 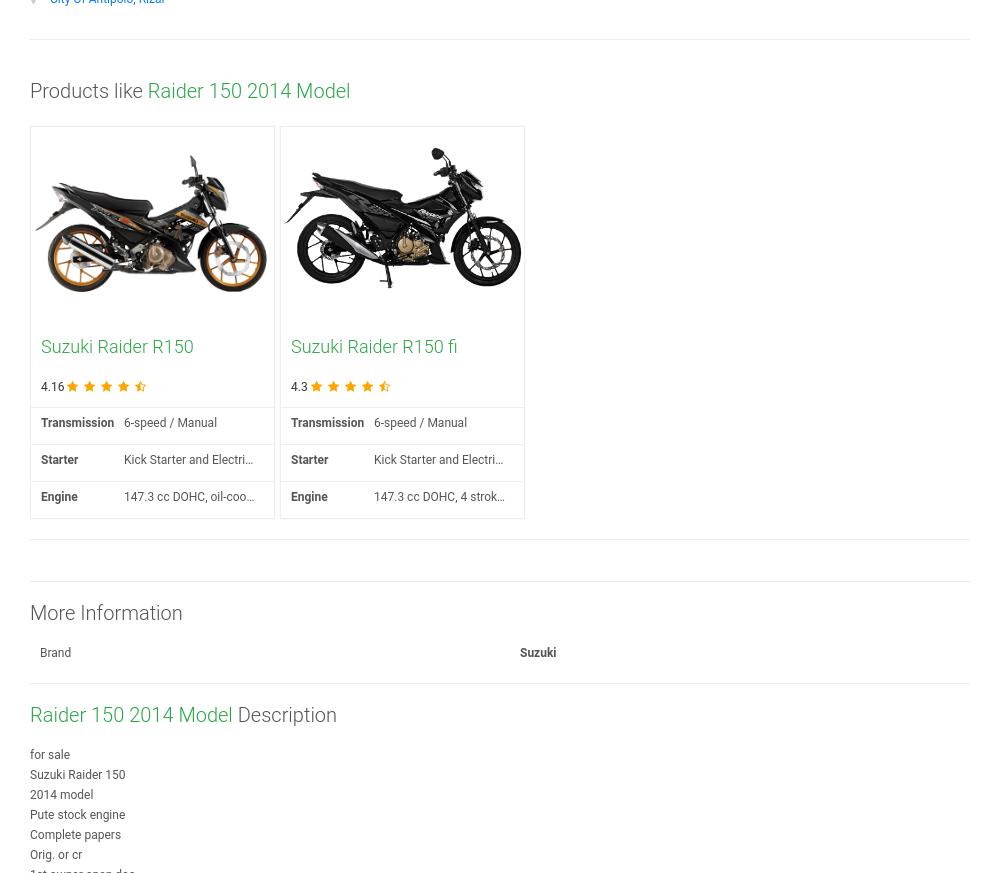 What do you see at coordinates (74, 835) in the screenshot?
I see `'Complete papers'` at bounding box center [74, 835].